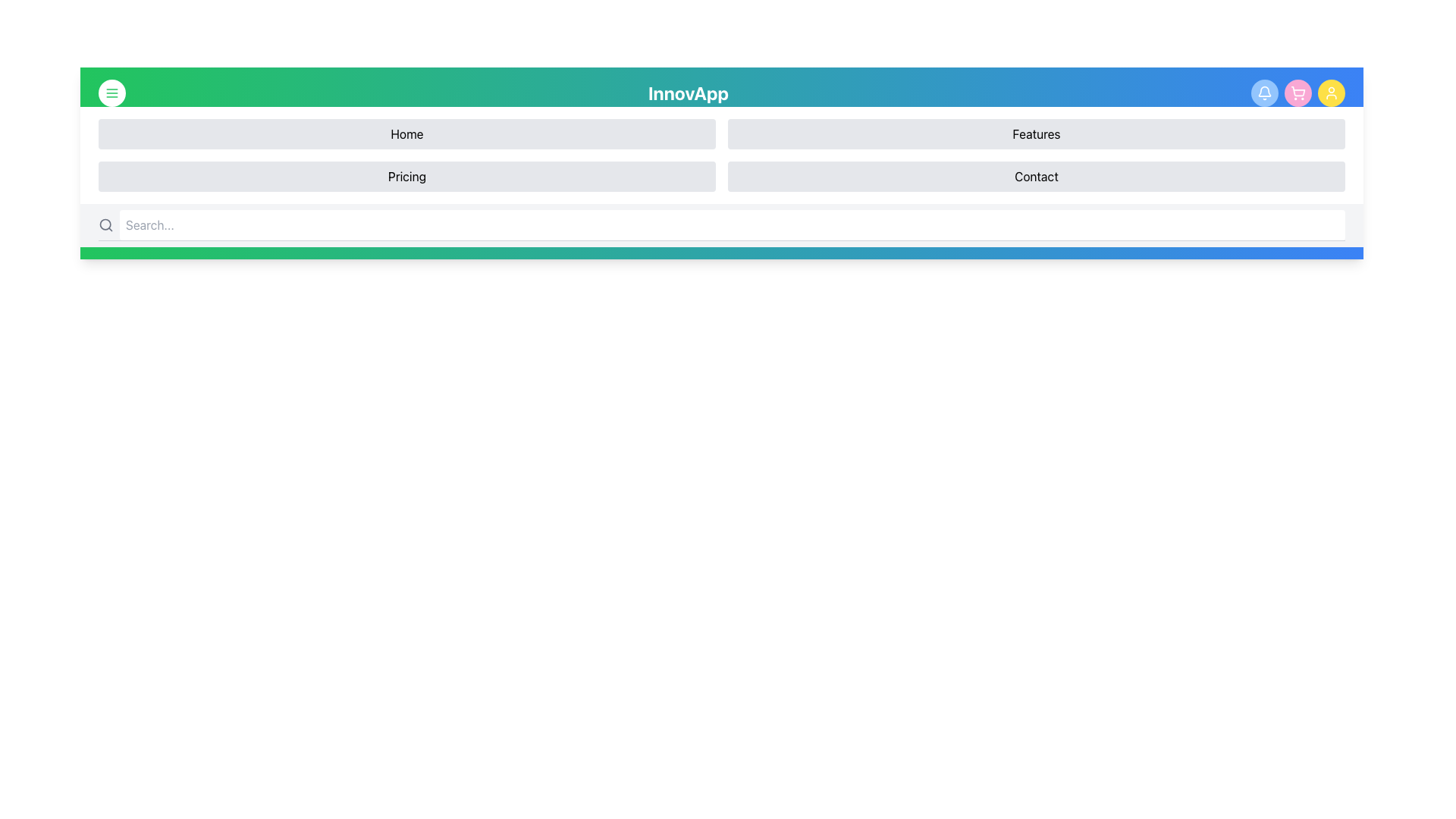 Image resolution: width=1456 pixels, height=819 pixels. What do you see at coordinates (720, 93) in the screenshot?
I see `the non-interactive text logo 'InnovApp' located centrally in the header bar of the application` at bounding box center [720, 93].